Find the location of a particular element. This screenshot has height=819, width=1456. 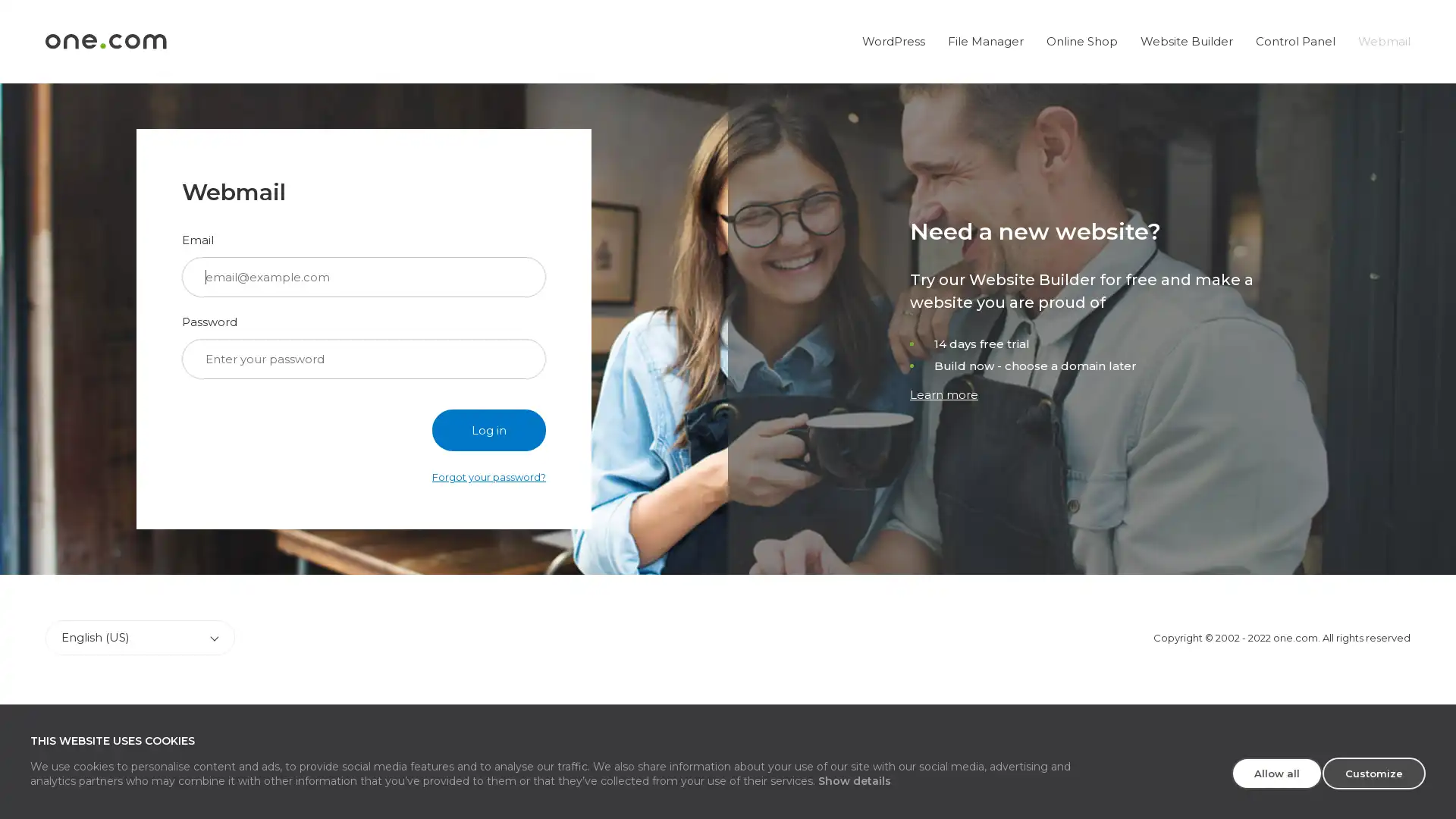

Log in is located at coordinates (488, 430).